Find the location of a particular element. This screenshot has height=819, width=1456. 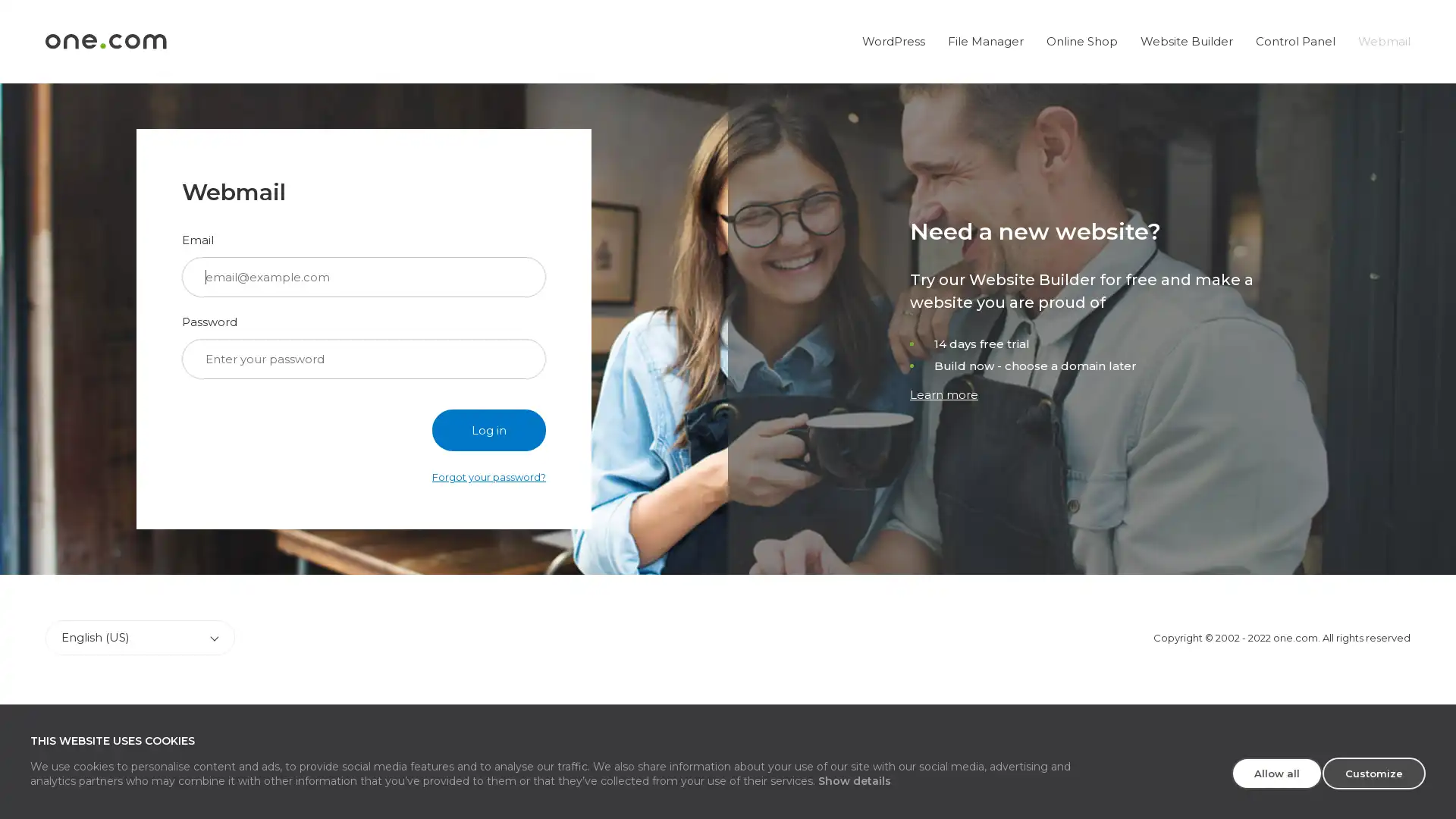

Log in is located at coordinates (488, 430).